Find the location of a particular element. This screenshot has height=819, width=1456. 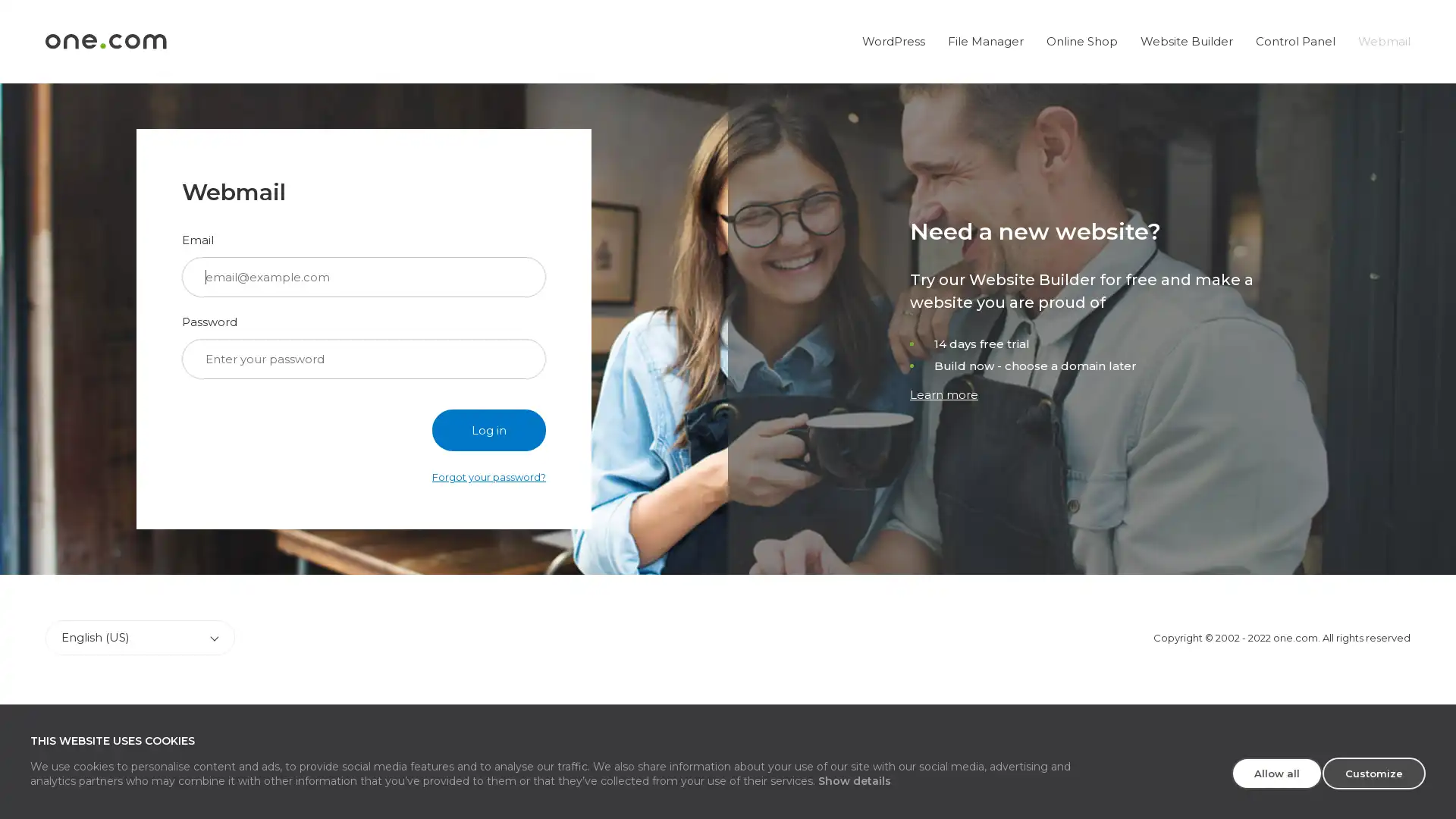

Log in is located at coordinates (488, 430).